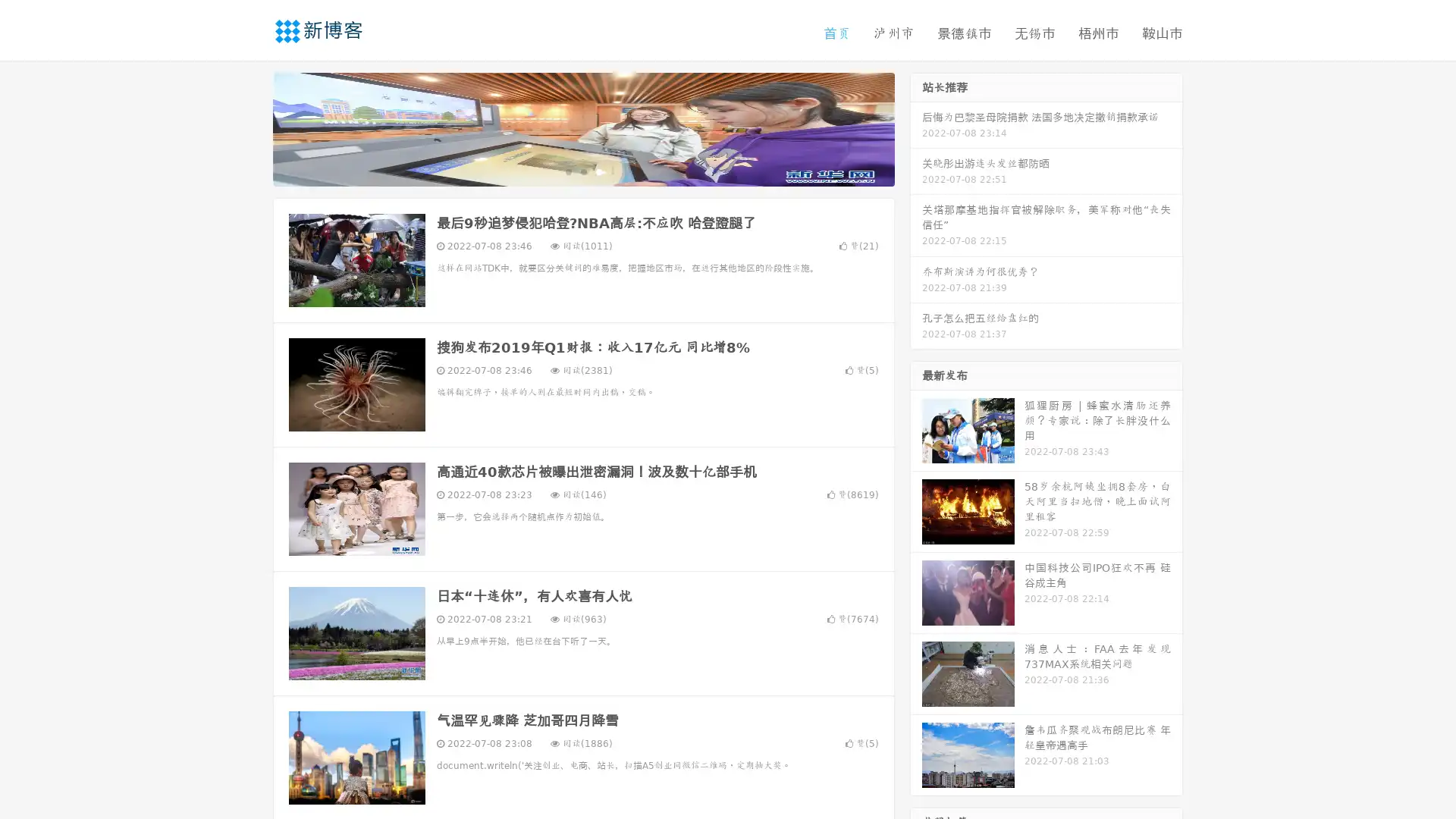 The image size is (1456, 819). I want to click on Previous slide, so click(250, 127).